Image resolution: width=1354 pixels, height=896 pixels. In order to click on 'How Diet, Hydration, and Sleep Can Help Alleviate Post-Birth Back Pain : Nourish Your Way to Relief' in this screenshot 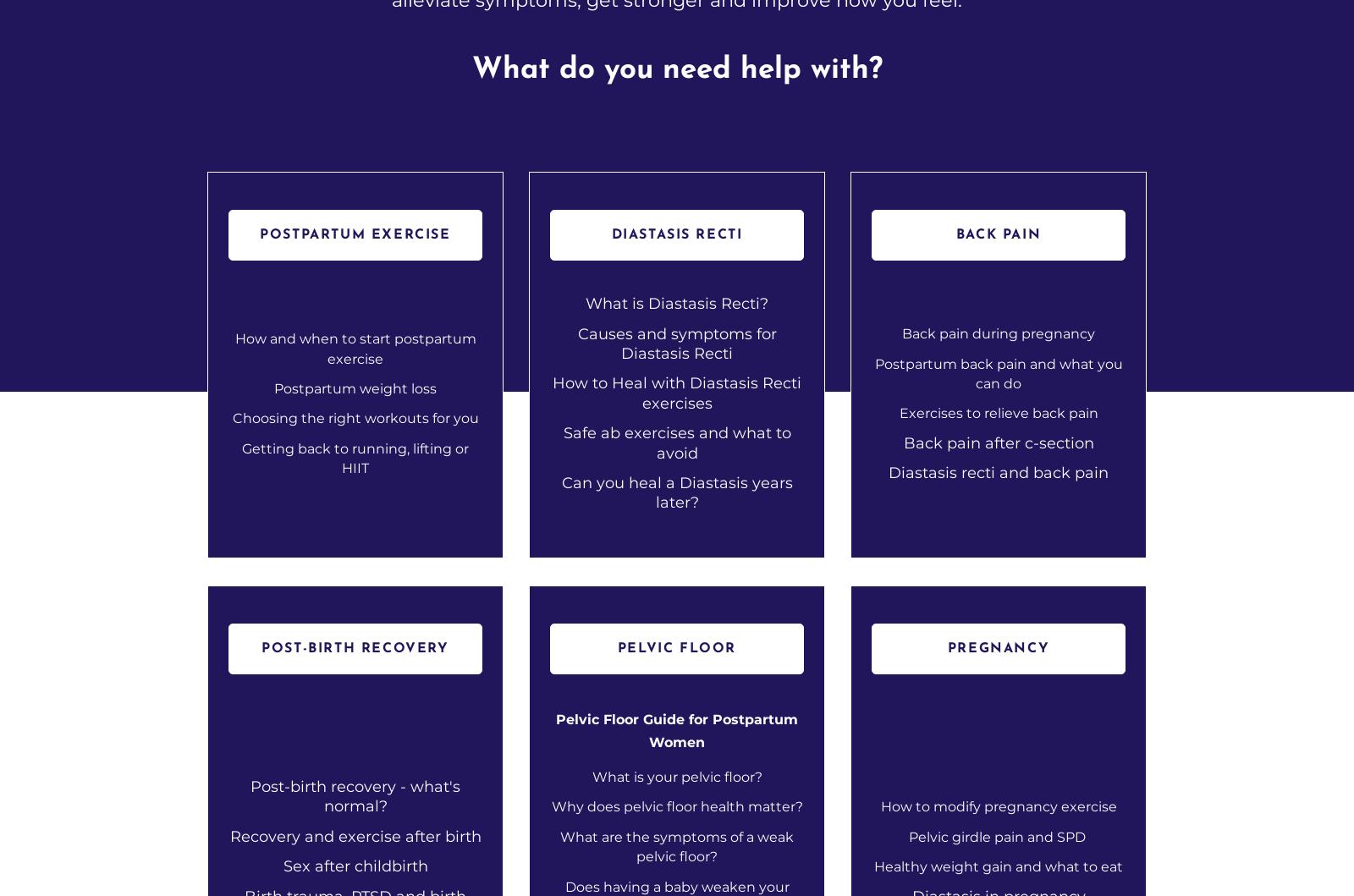, I will do `click(869, 265)`.